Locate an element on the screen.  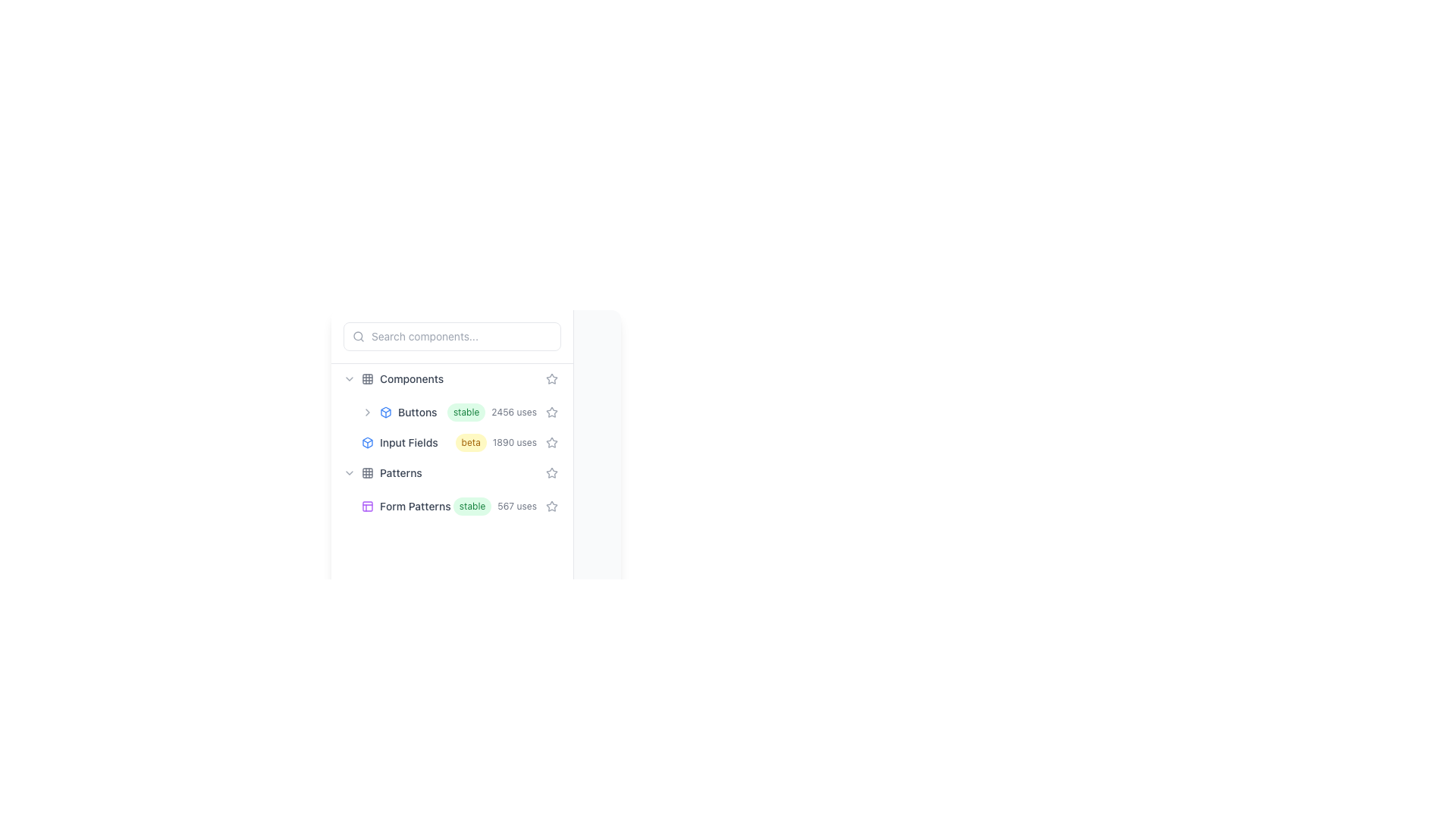
the small pill-shaped label with the text 'stable', which has a light green background and is located to the right of 'Form Patterns' is located at coordinates (472, 506).